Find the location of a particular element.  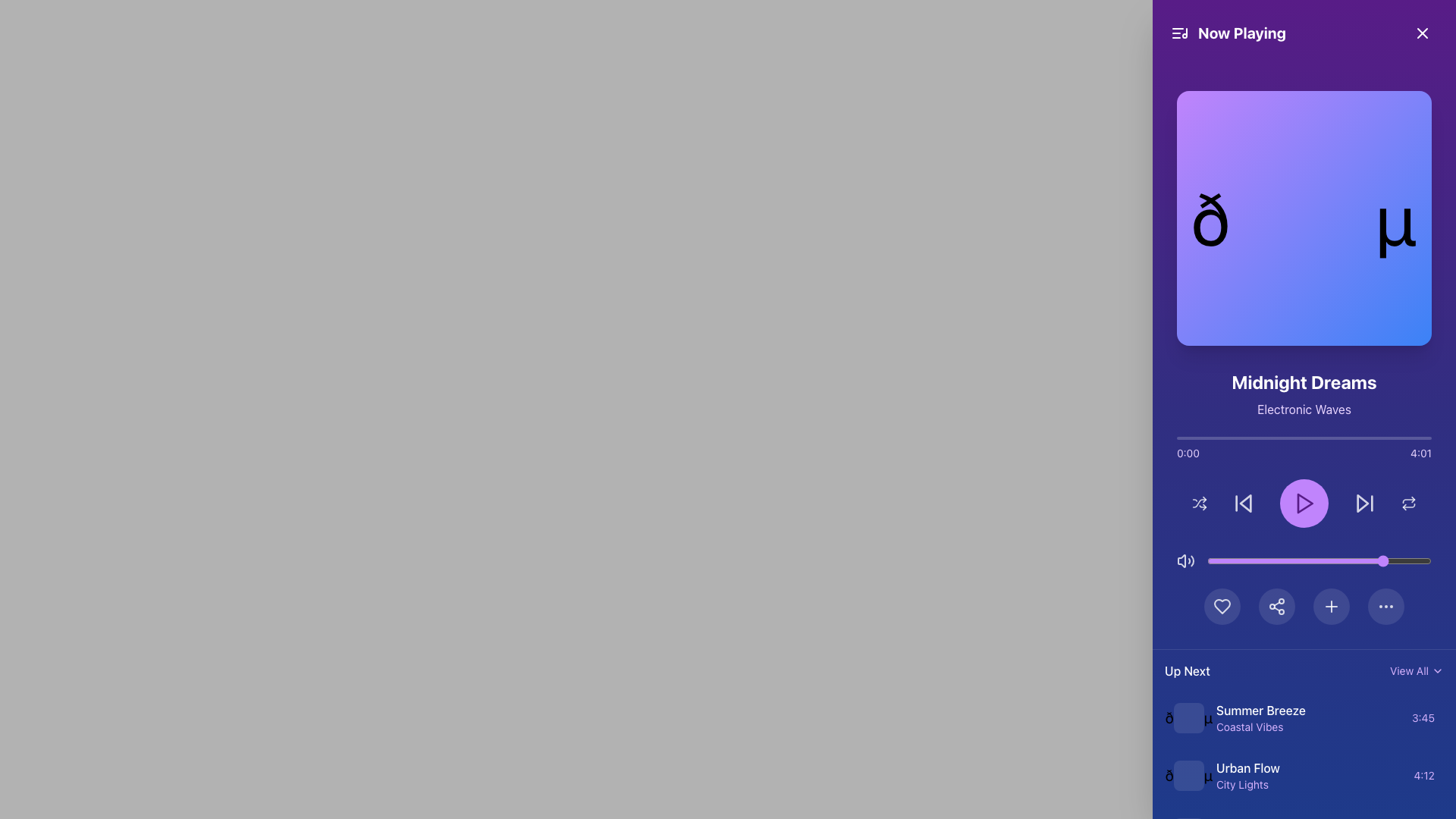

the circular button with a white heart icon is located at coordinates (1222, 605).